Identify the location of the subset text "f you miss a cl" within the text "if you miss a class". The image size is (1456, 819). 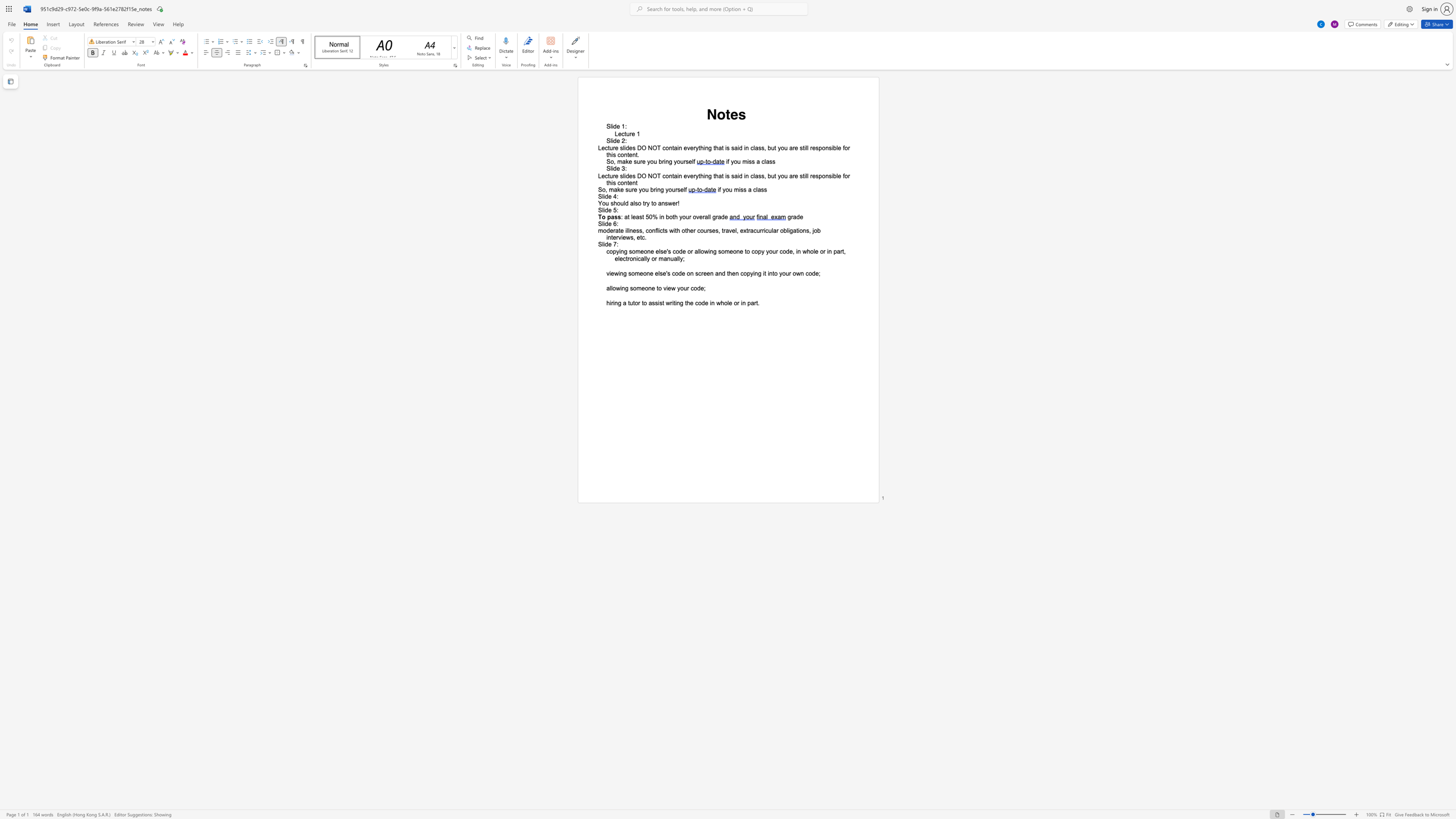
(718, 189).